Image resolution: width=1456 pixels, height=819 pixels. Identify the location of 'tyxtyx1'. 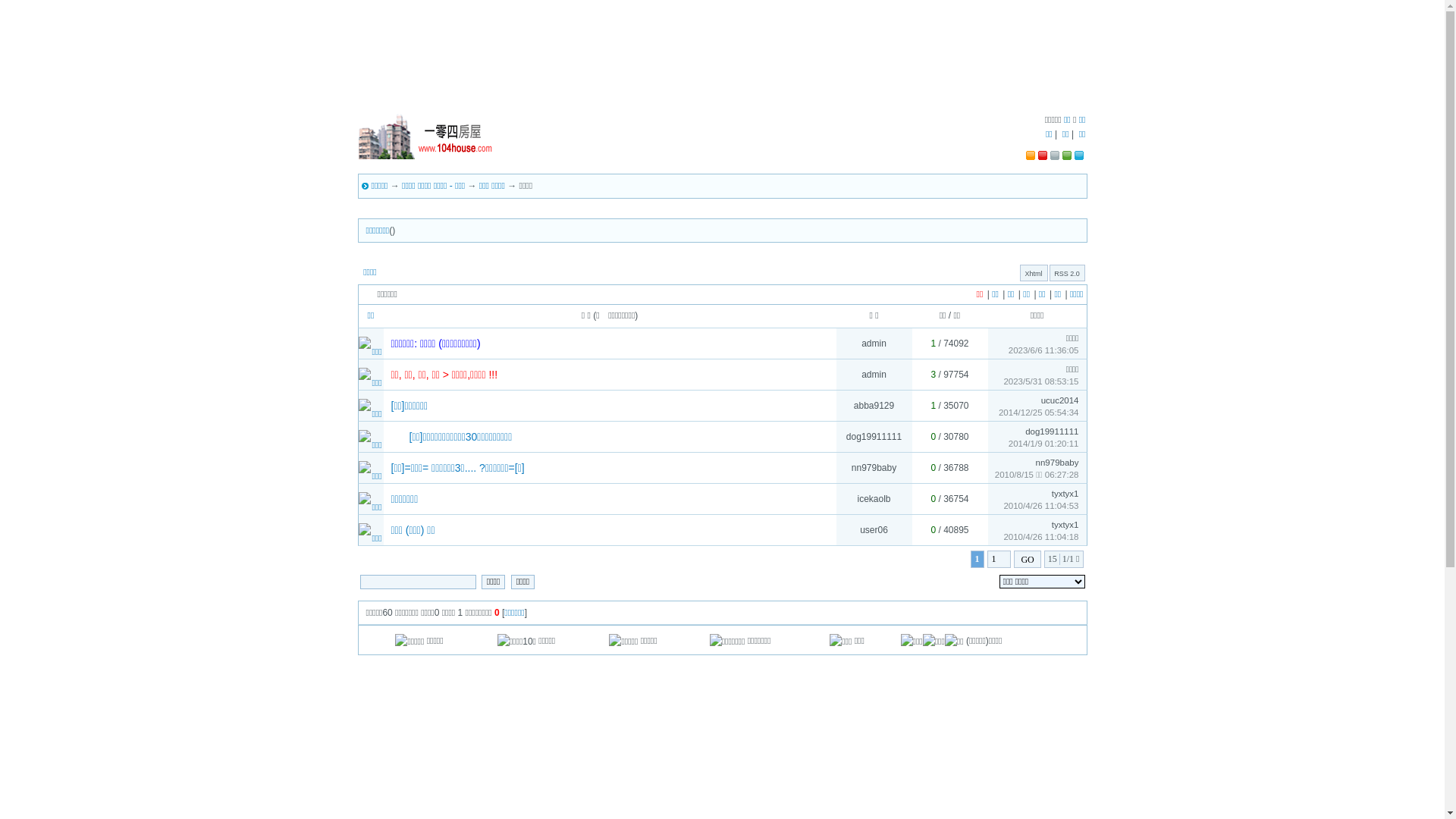
(1065, 523).